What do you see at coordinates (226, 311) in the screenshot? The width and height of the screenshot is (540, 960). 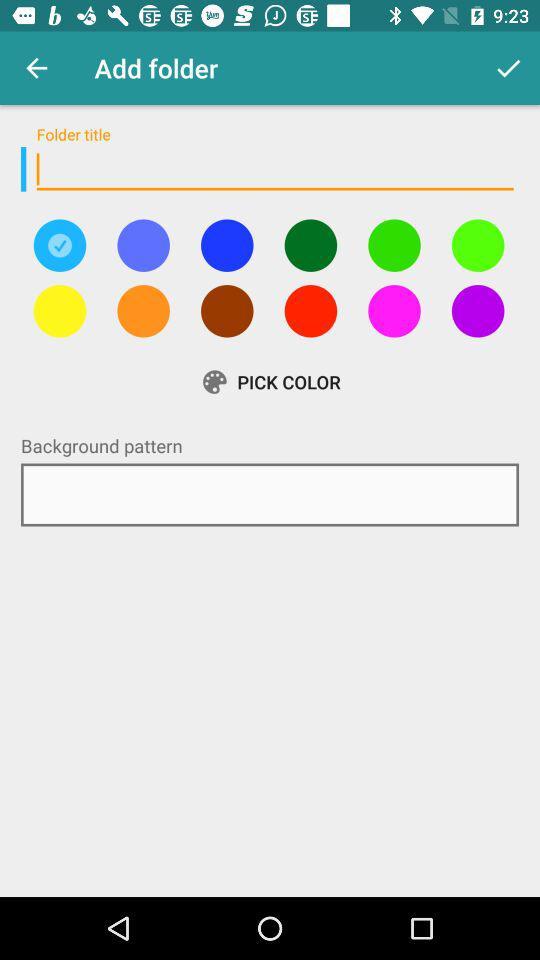 I see `the avatar icon` at bounding box center [226, 311].